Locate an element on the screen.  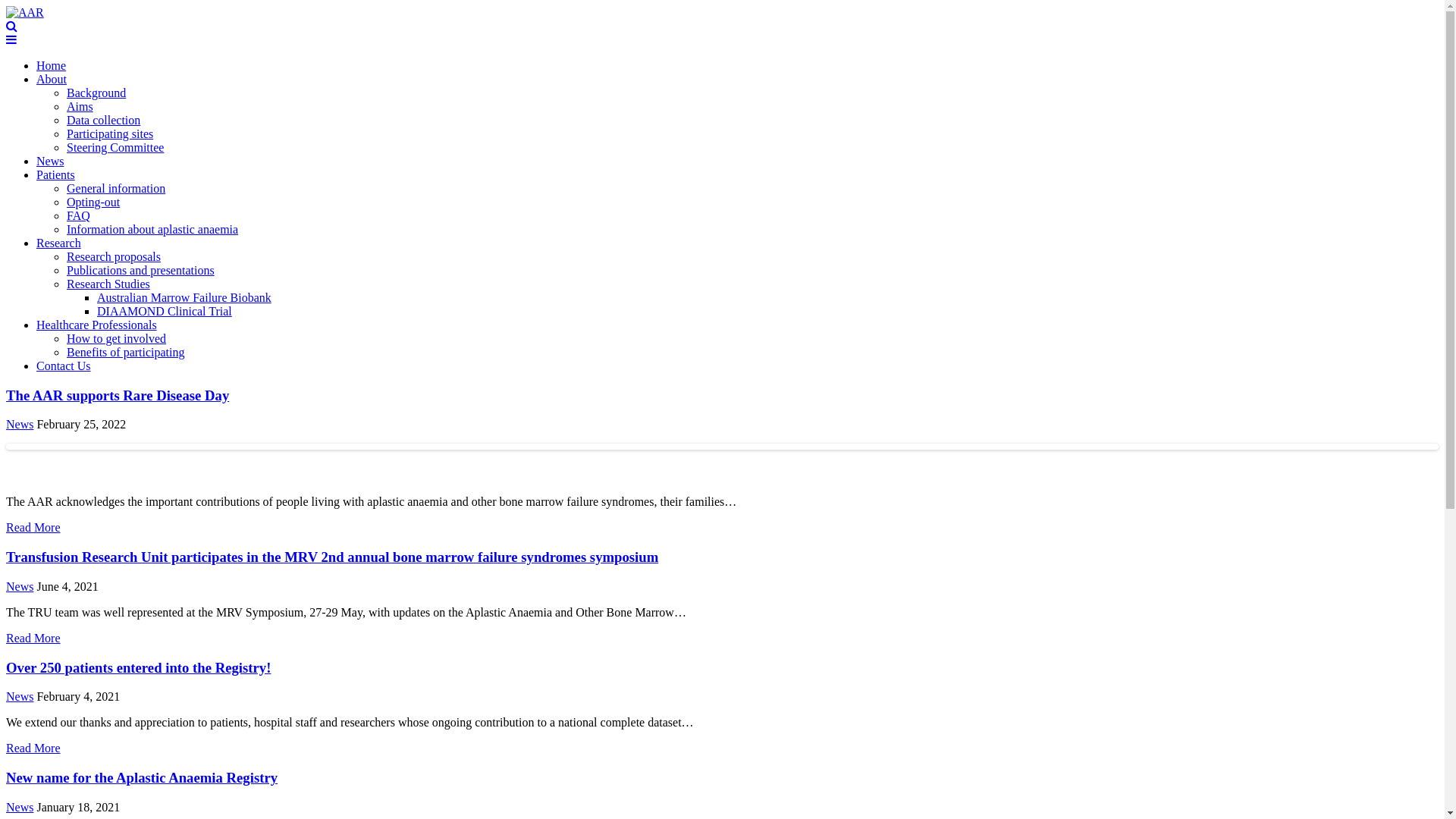
'Research proposals' is located at coordinates (65, 256).